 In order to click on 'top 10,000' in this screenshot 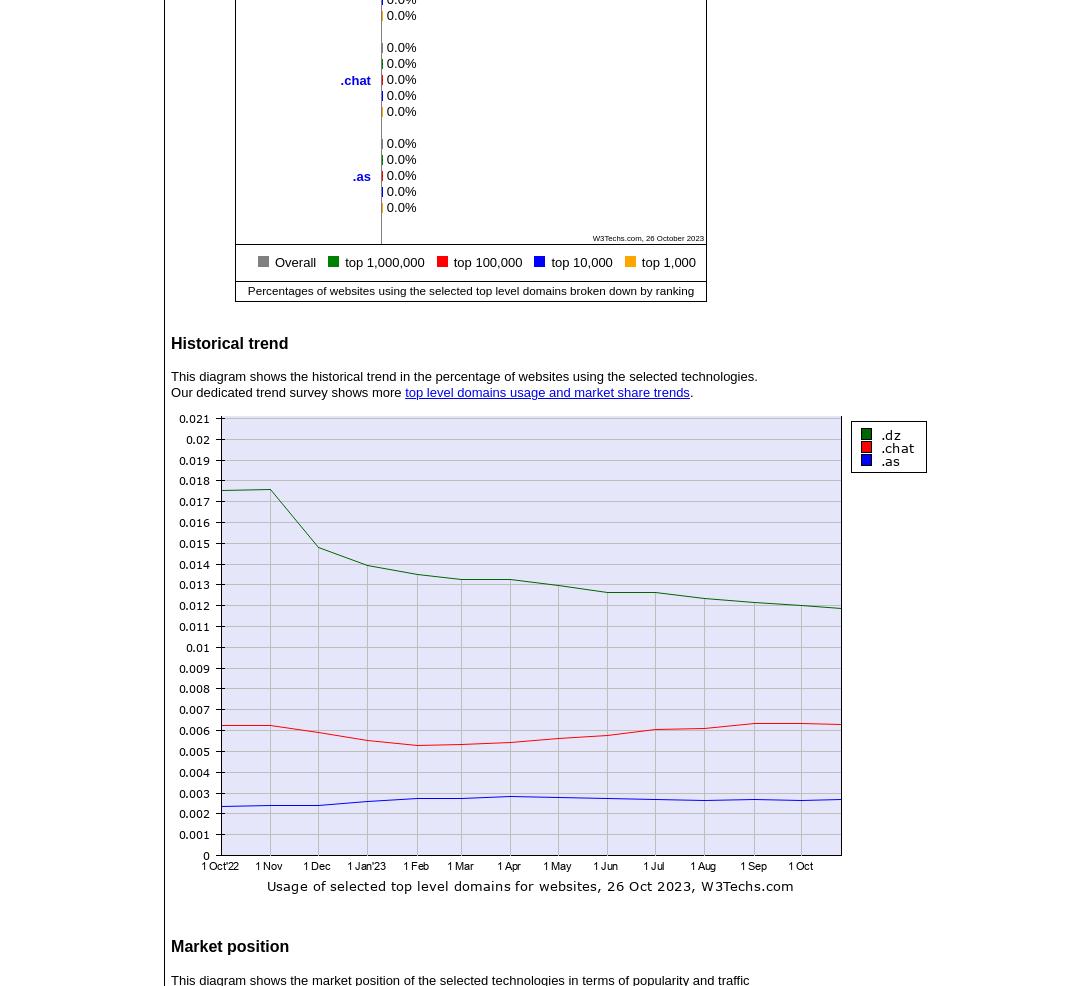, I will do `click(581, 261)`.